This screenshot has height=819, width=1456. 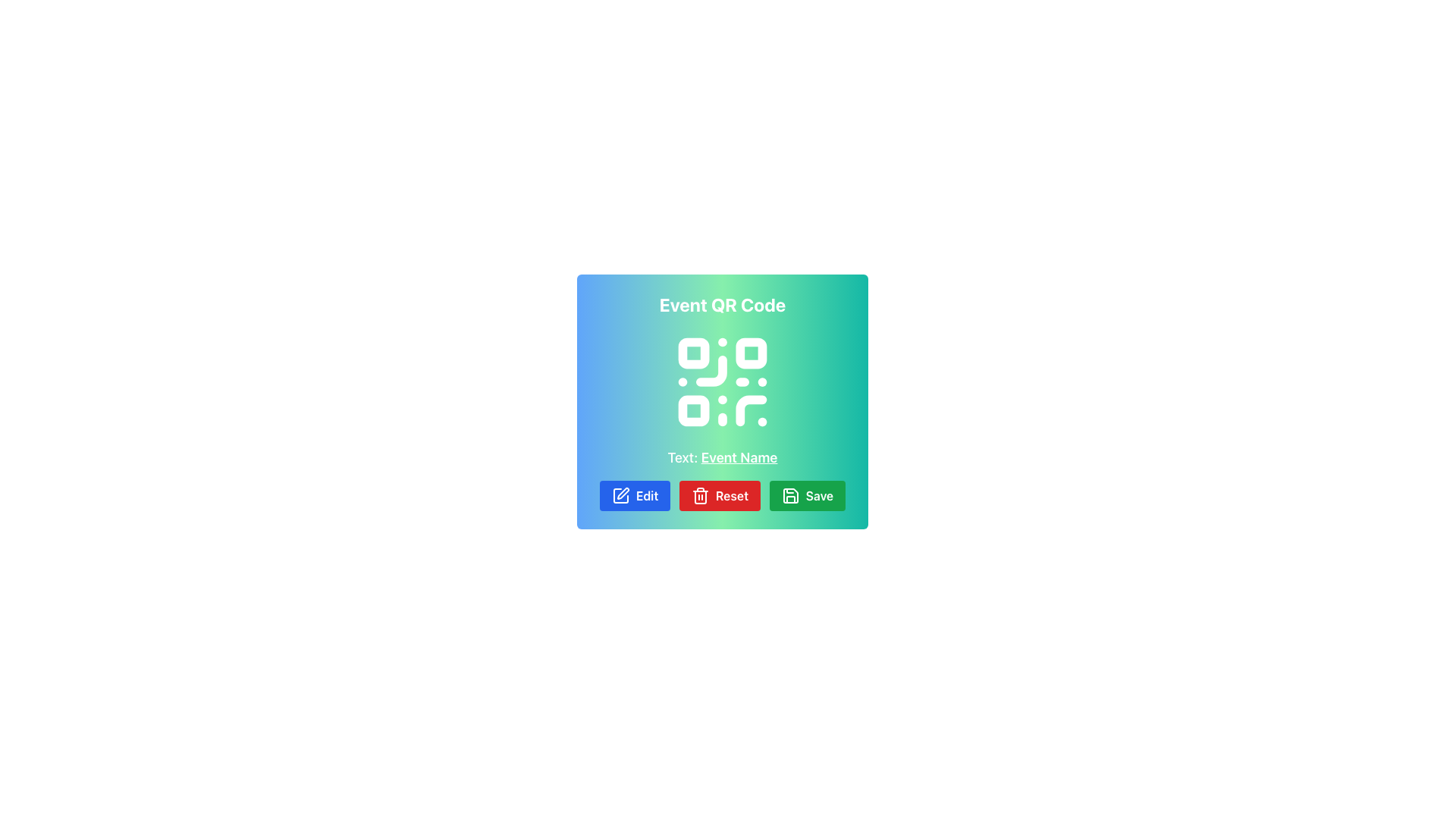 What do you see at coordinates (699, 496) in the screenshot?
I see `the icon within the 'Reset' button, which signifies the action of deleting or resetting, located in the bottom middle section of the interface` at bounding box center [699, 496].